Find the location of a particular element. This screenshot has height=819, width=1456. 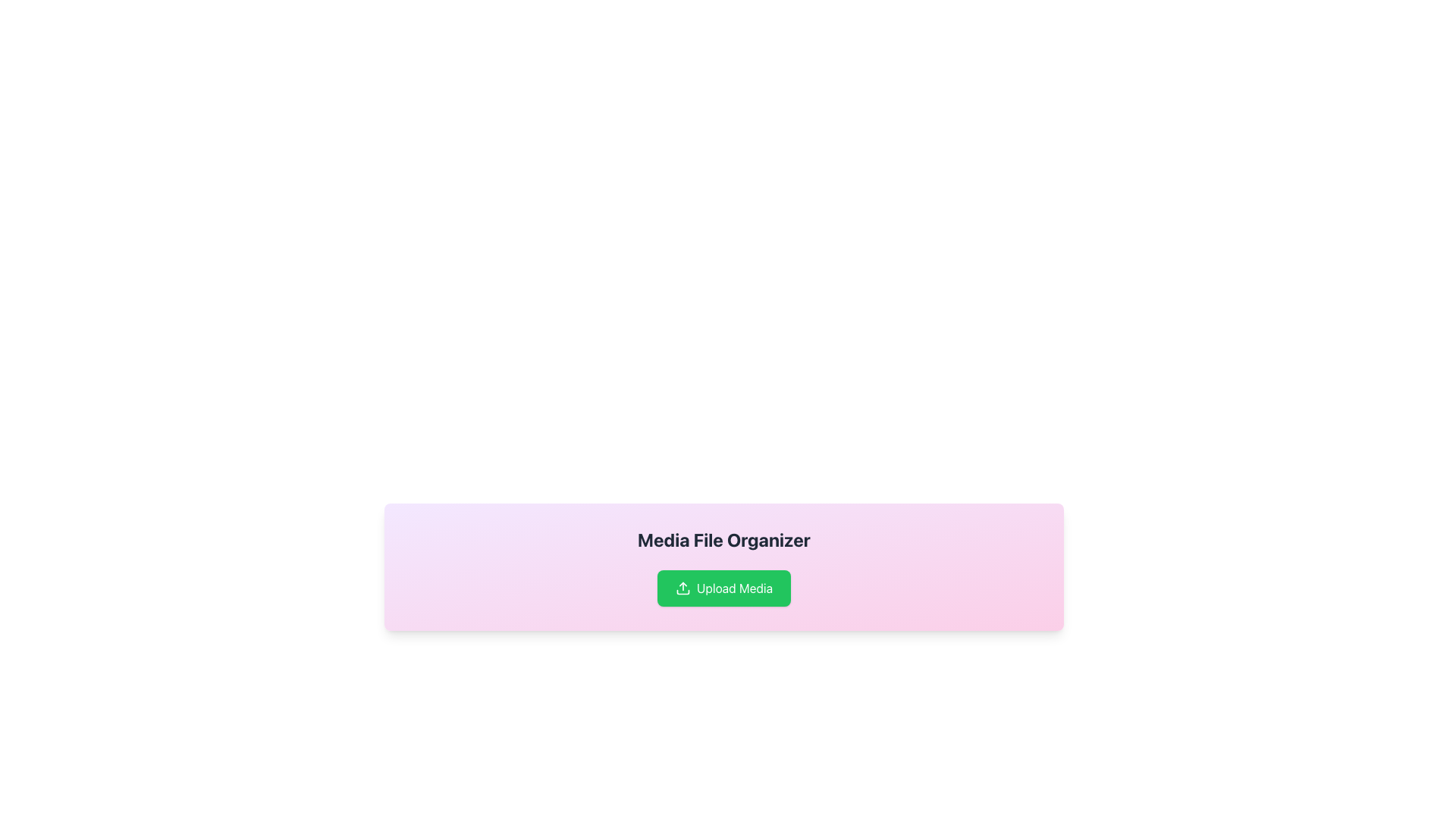

the button for uploading media files located below the 'Media File Organizer' heading is located at coordinates (723, 587).